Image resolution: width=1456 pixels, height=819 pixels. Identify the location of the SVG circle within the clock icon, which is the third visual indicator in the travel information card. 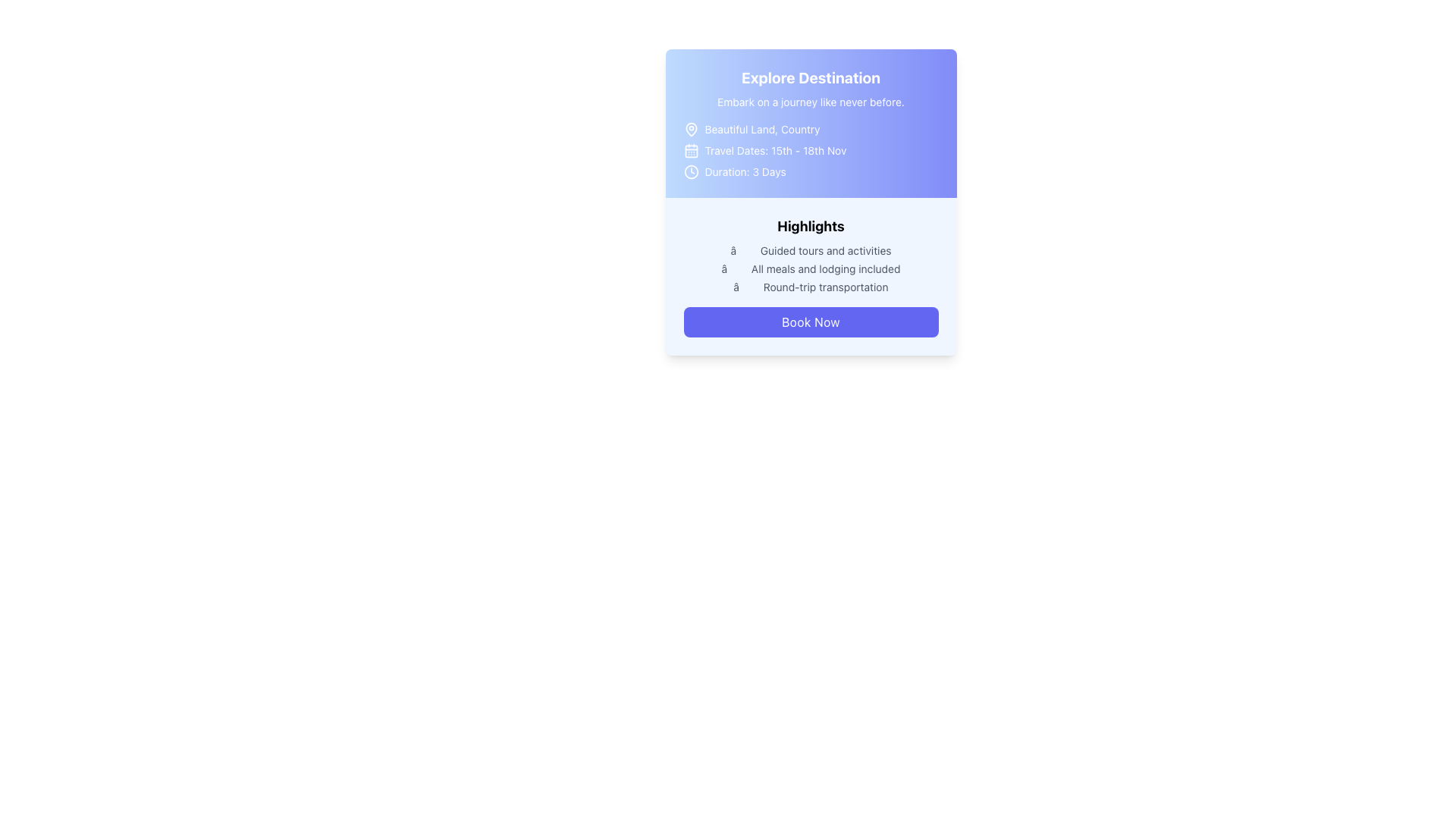
(690, 171).